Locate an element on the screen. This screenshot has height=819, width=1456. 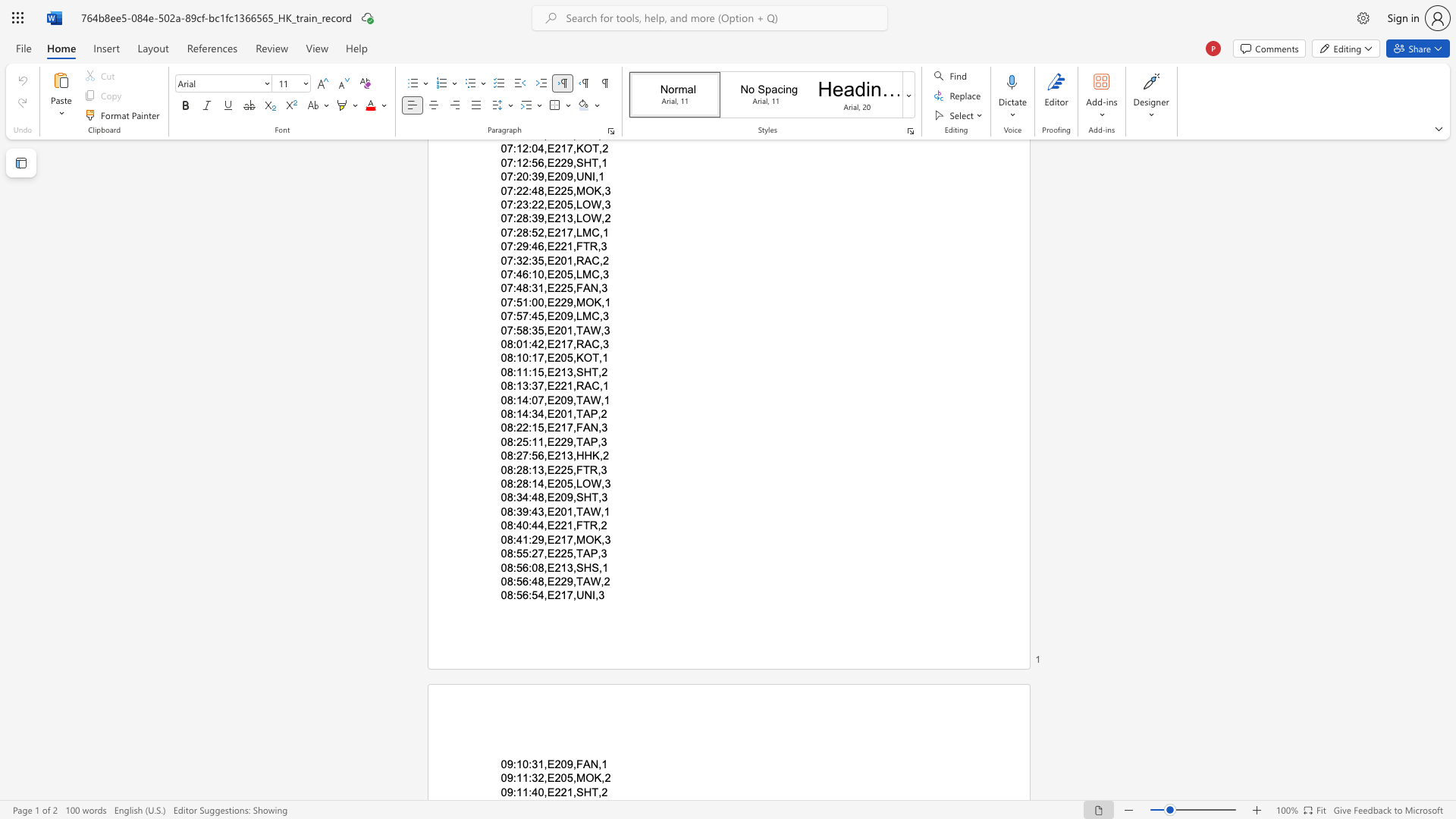
the subset text "209" within the text "09:10:31,E209,FAN,1" is located at coordinates (554, 764).